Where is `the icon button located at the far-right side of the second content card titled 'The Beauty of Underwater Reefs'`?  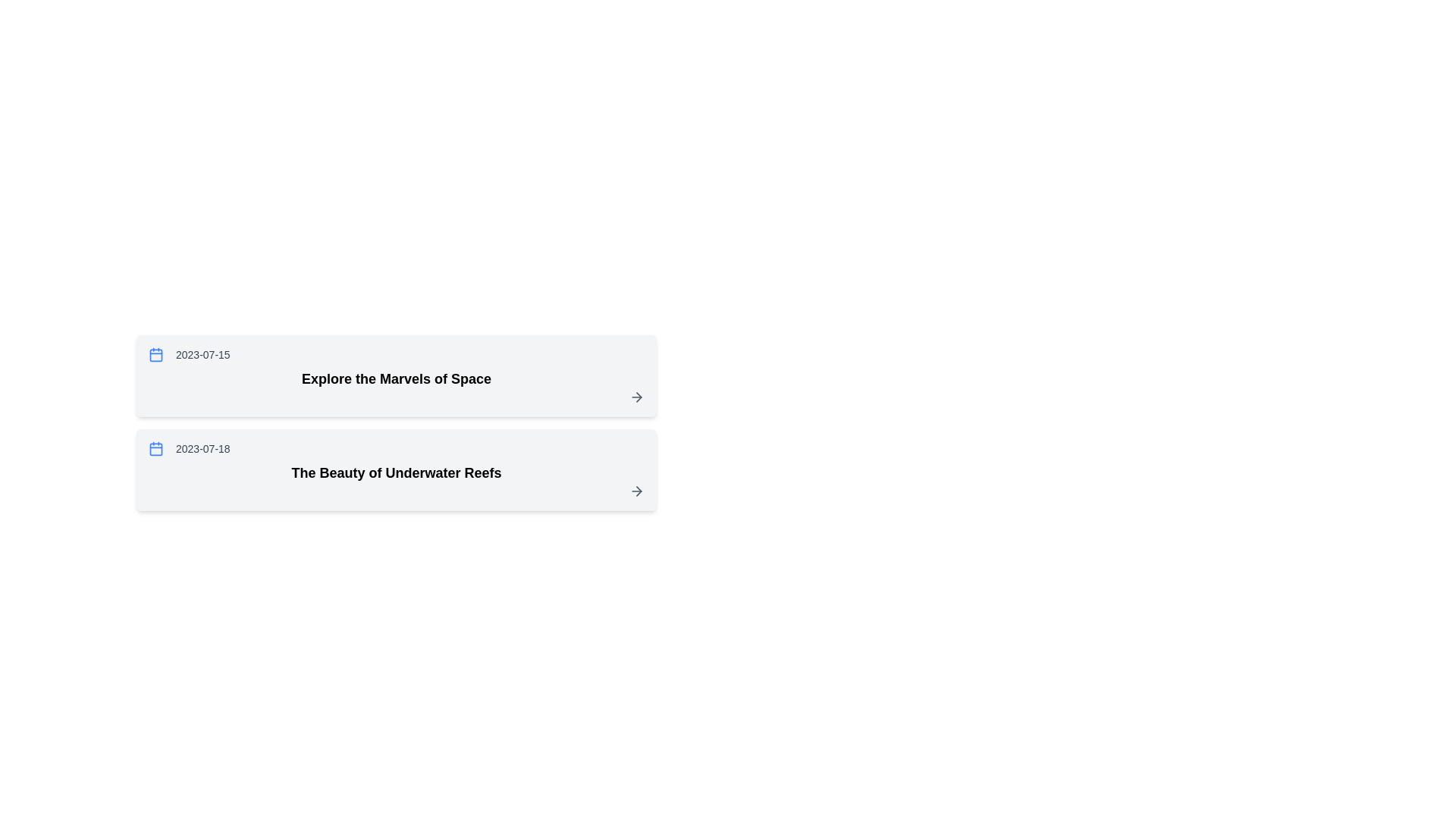
the icon button located at the far-right side of the second content card titled 'The Beauty of Underwater Reefs' is located at coordinates (637, 491).